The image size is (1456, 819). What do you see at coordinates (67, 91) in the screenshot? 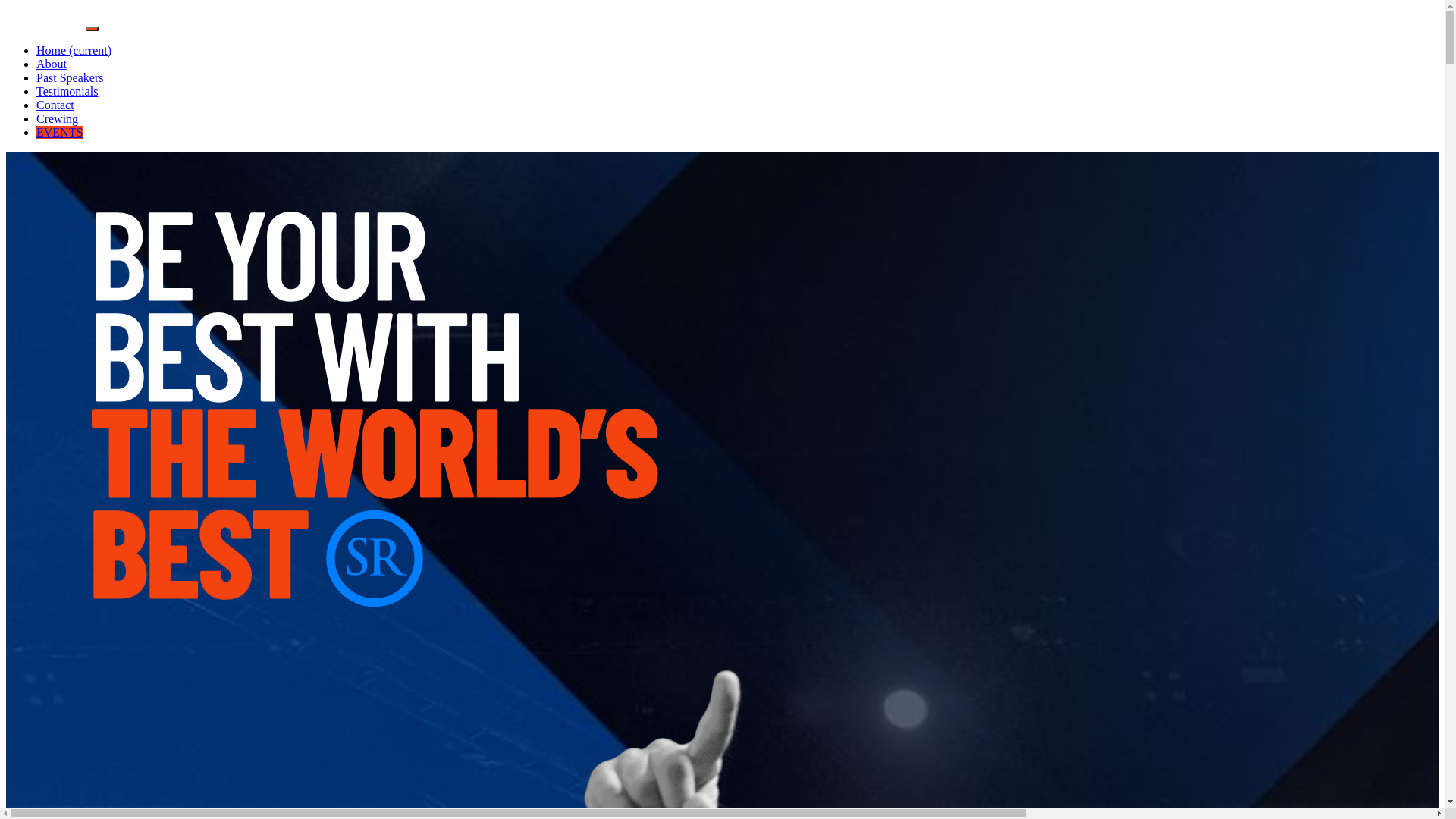
I see `'Testimonials'` at bounding box center [67, 91].